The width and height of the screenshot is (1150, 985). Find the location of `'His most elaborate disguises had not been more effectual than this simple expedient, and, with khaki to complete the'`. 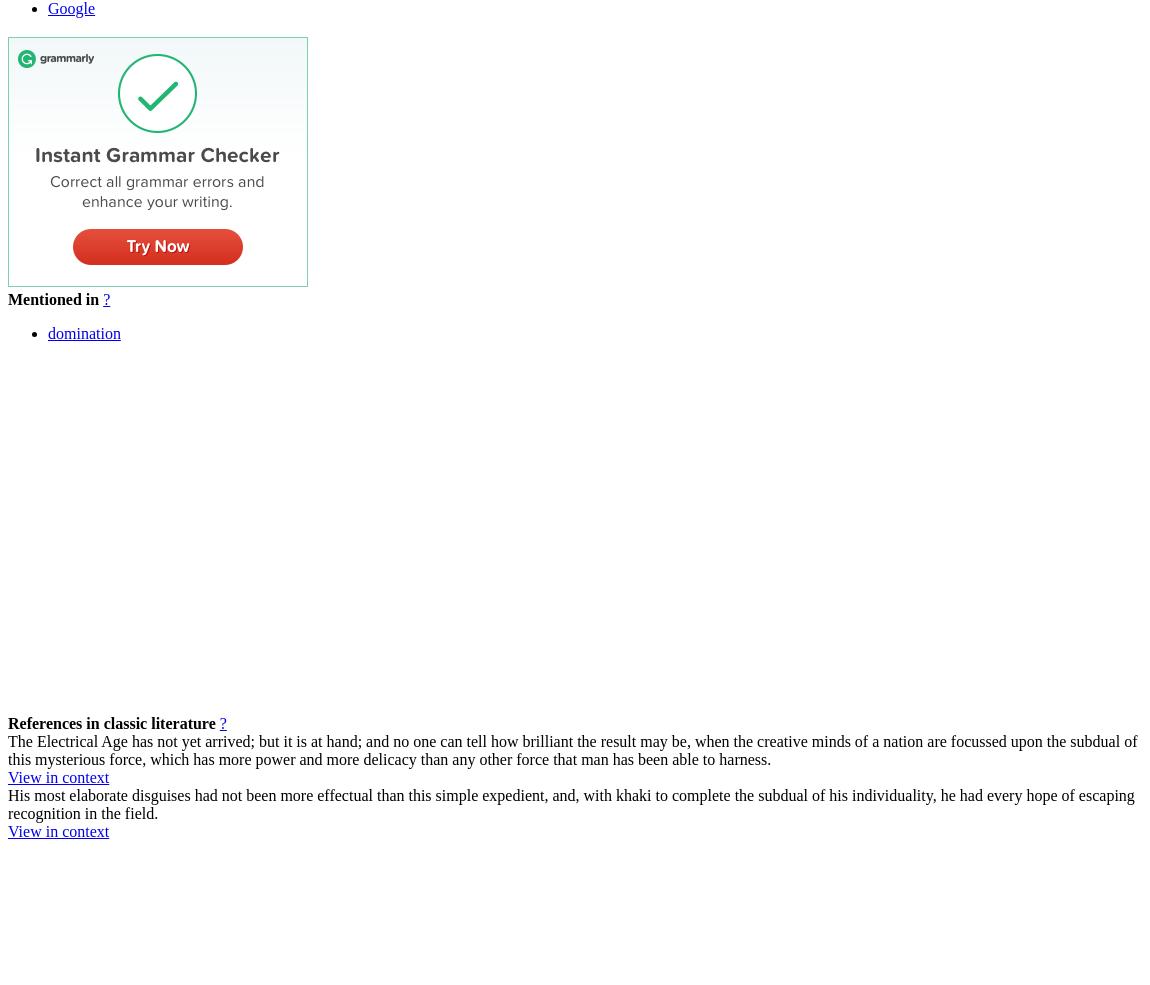

'His most elaborate disguises had not been more effectual than this simple expedient, and, with khaki to complete the' is located at coordinates (382, 793).